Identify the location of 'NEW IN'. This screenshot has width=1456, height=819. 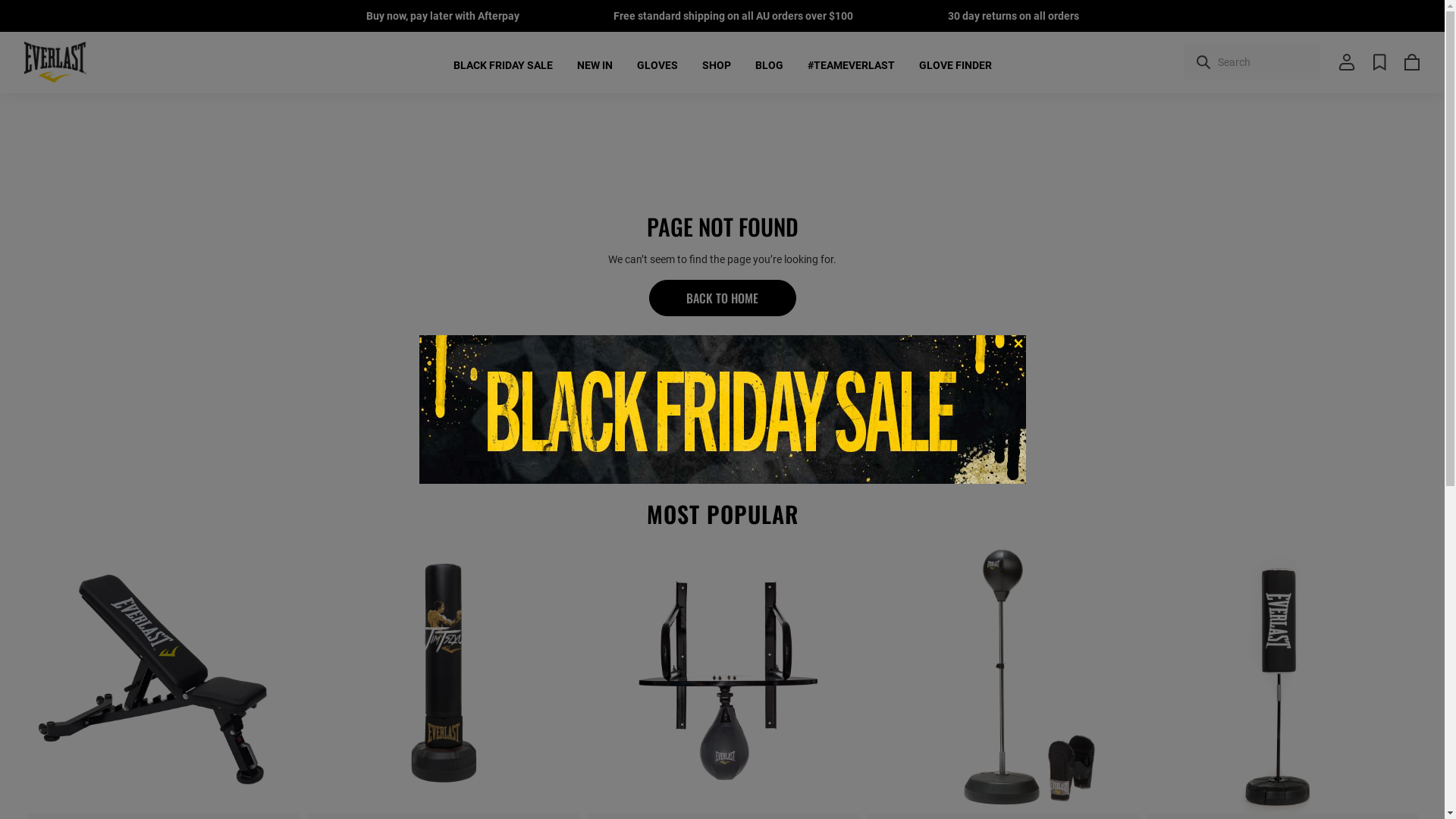
(575, 64).